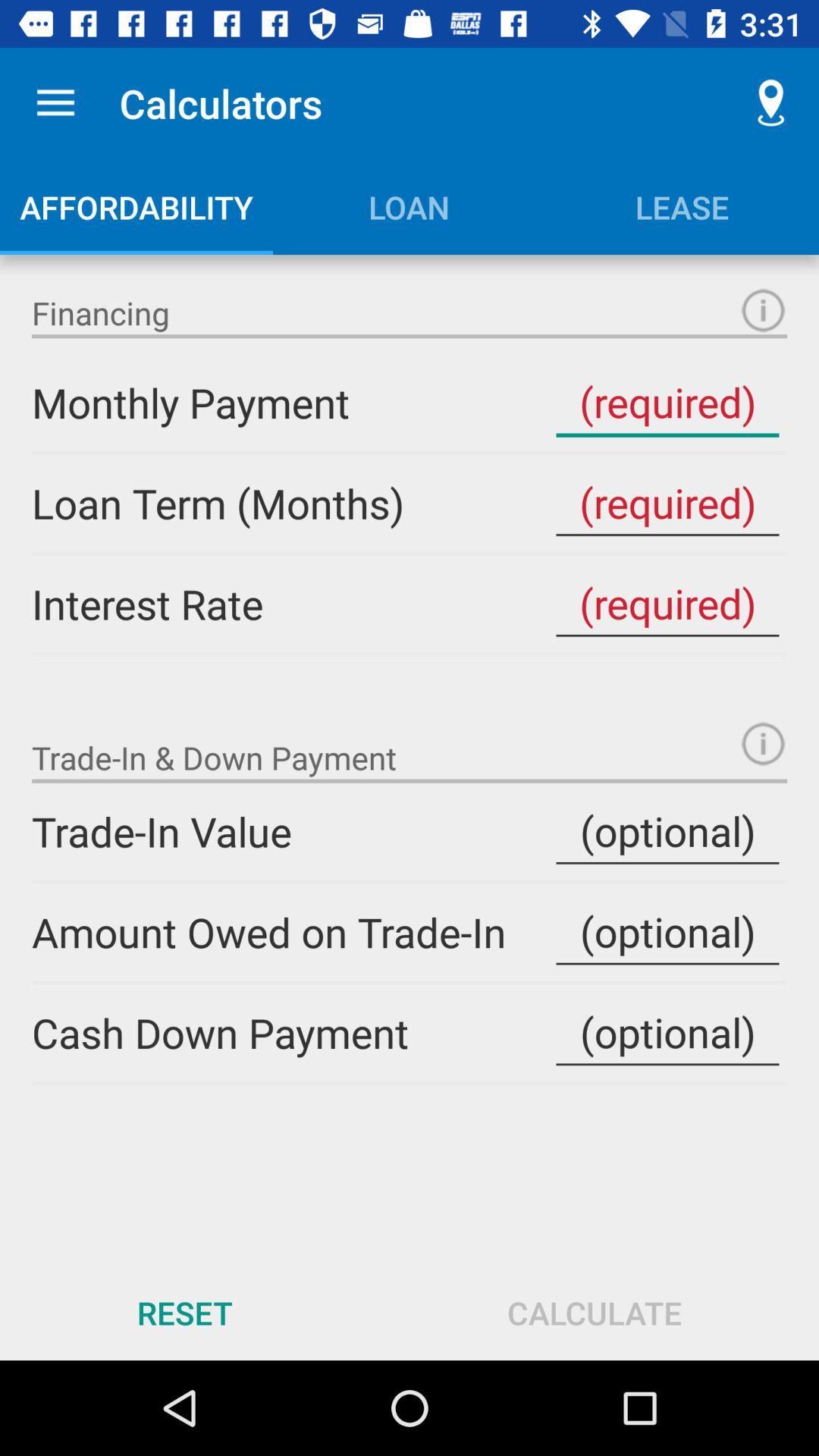 The height and width of the screenshot is (1456, 819). What do you see at coordinates (763, 309) in the screenshot?
I see `get more information` at bounding box center [763, 309].